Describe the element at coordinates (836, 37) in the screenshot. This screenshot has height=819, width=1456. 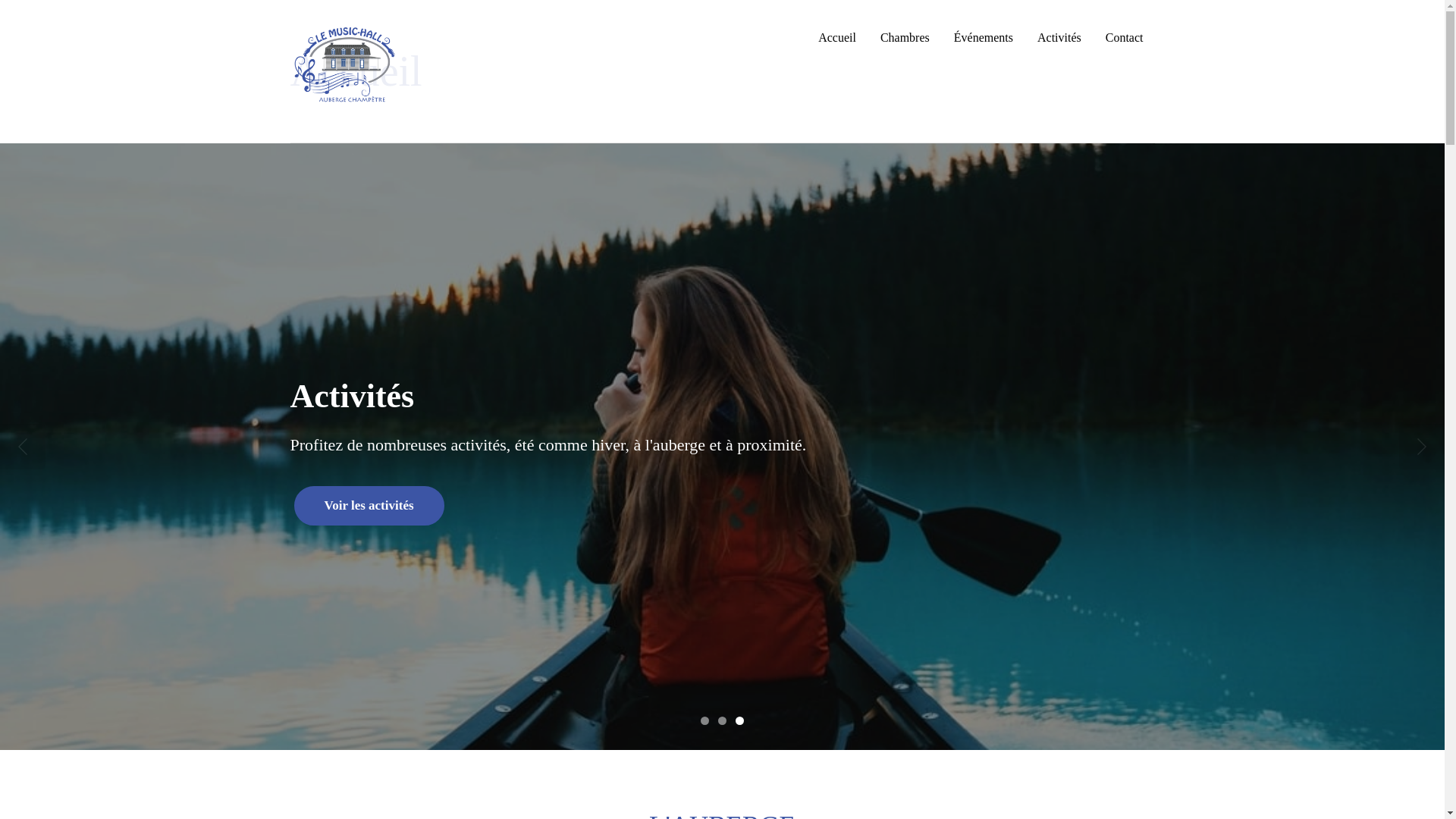
I see `'Accueil'` at that location.